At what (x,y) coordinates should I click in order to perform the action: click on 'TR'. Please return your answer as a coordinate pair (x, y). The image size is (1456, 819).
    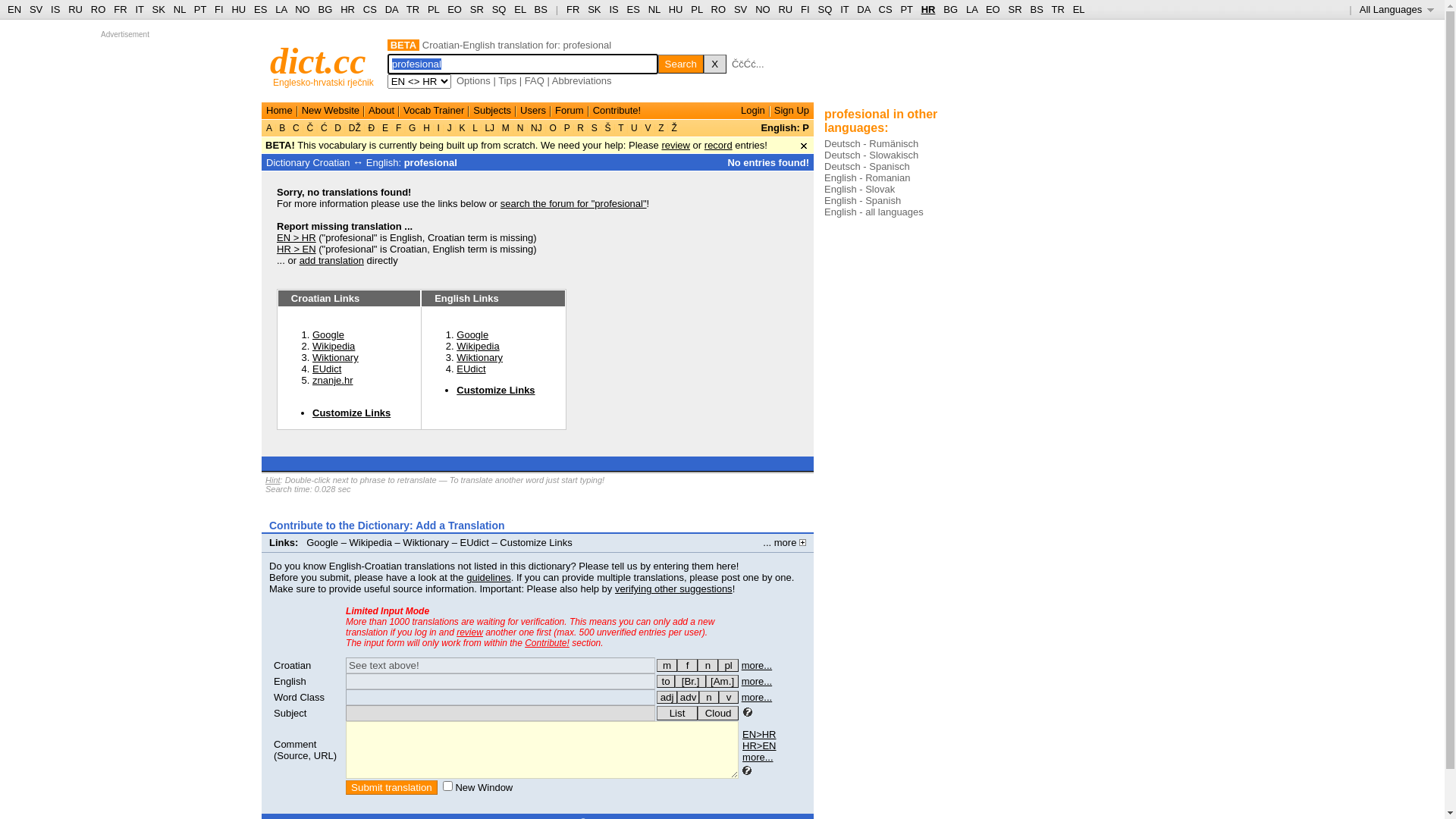
    Looking at the image, I should click on (413, 9).